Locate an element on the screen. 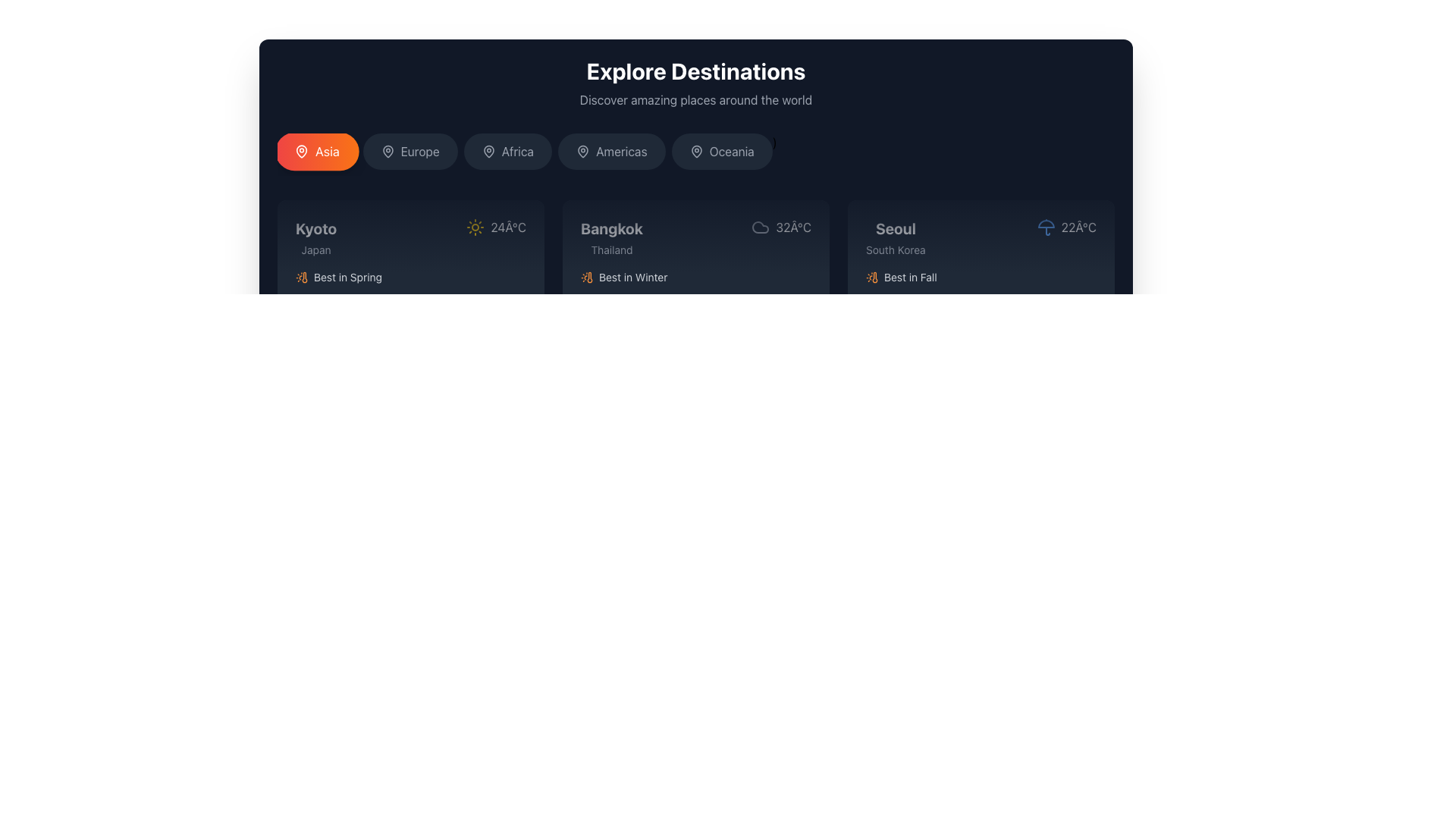 This screenshot has height=819, width=1456. the non-interactive text label that indicates the geographic region 'Africa', which is the third clickable option in a horizontal list of buttons, positioned between 'Europe' and 'Americas' is located at coordinates (517, 152).